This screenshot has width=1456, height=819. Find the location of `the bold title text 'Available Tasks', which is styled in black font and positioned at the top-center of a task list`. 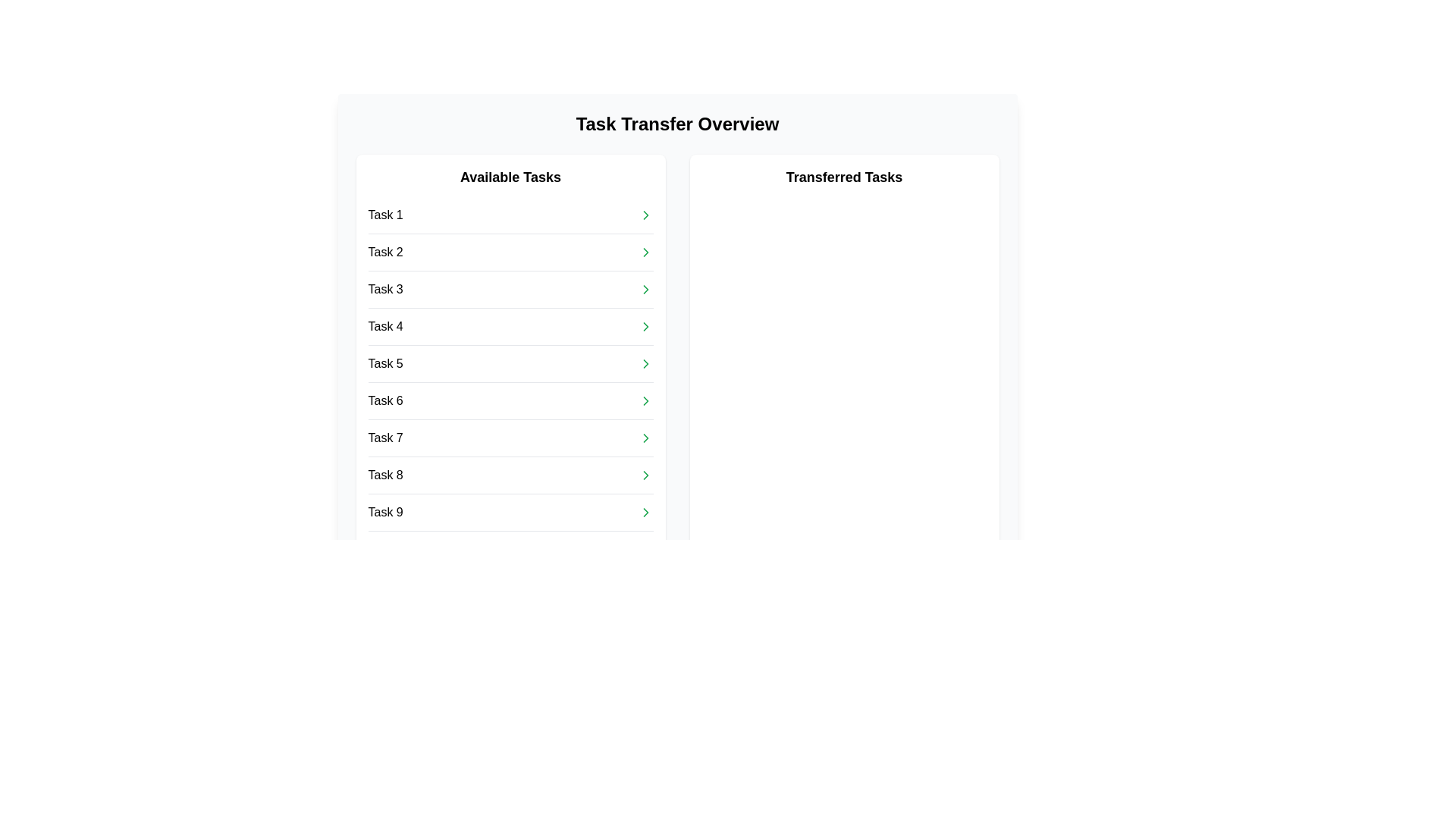

the bold title text 'Available Tasks', which is styled in black font and positioned at the top-center of a task list is located at coordinates (510, 177).